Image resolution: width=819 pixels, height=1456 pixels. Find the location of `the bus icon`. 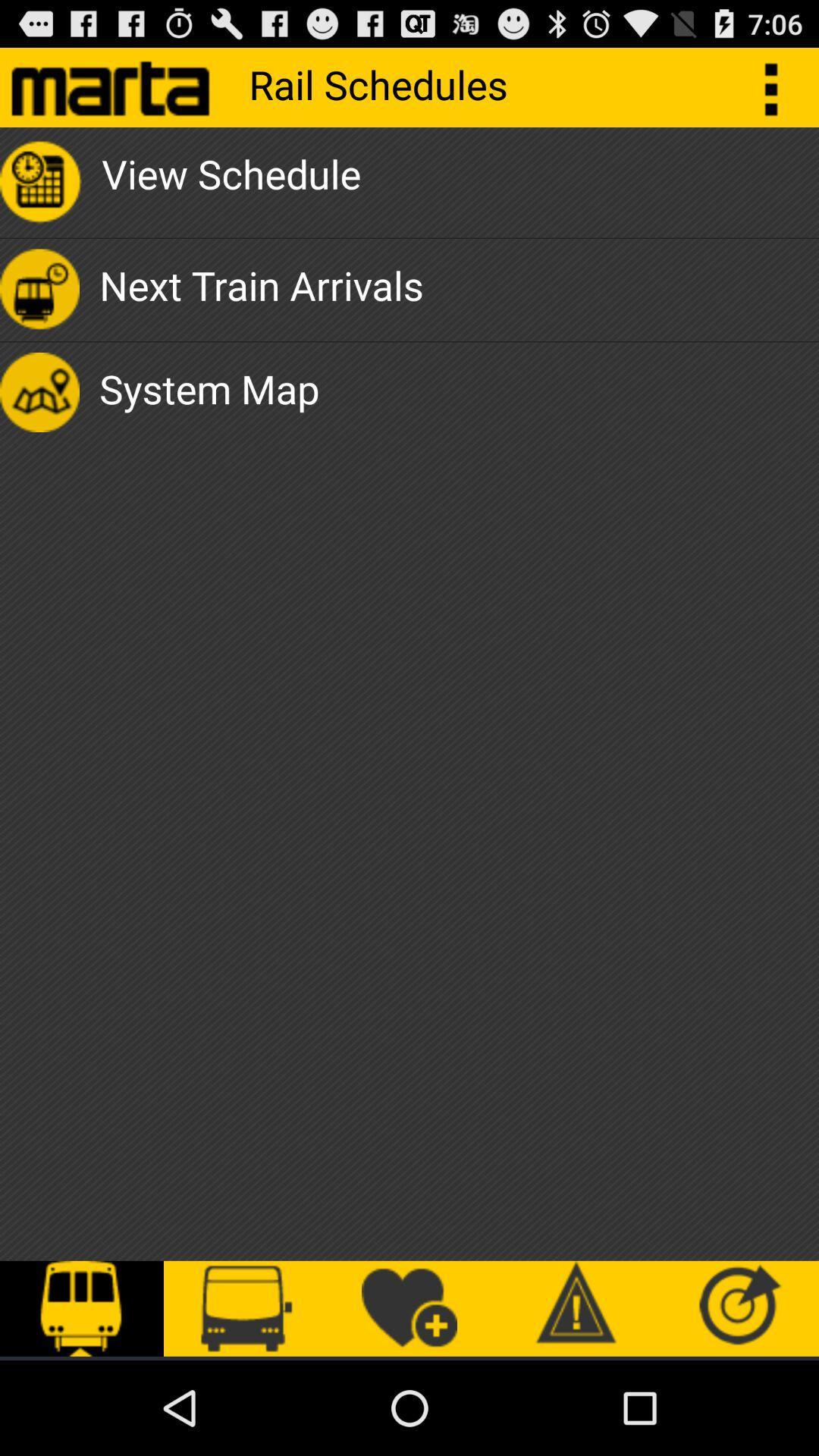

the bus icon is located at coordinates (245, 1308).